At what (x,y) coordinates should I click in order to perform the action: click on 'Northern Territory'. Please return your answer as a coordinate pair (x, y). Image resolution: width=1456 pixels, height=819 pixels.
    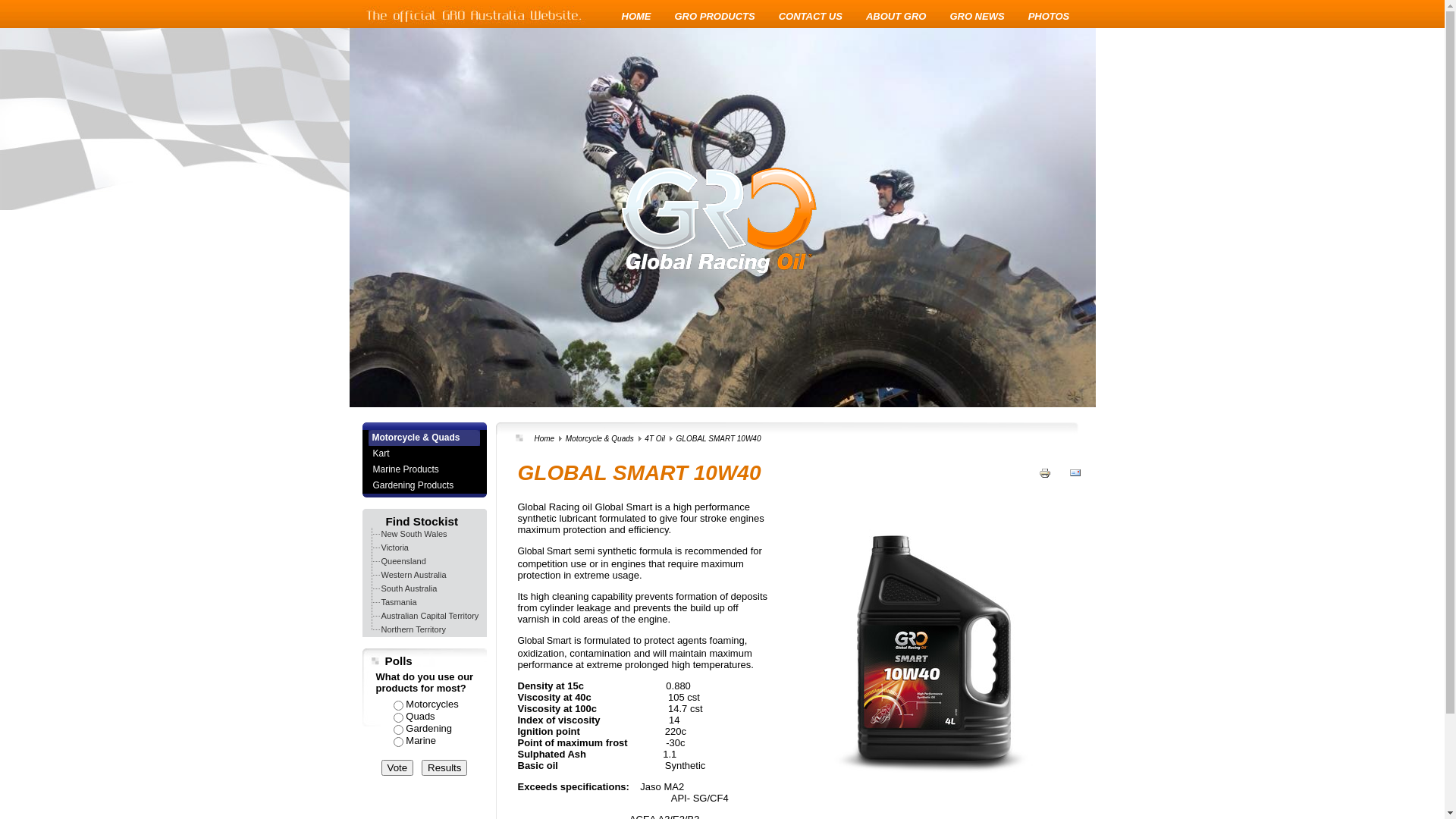
    Looking at the image, I should click on (413, 629).